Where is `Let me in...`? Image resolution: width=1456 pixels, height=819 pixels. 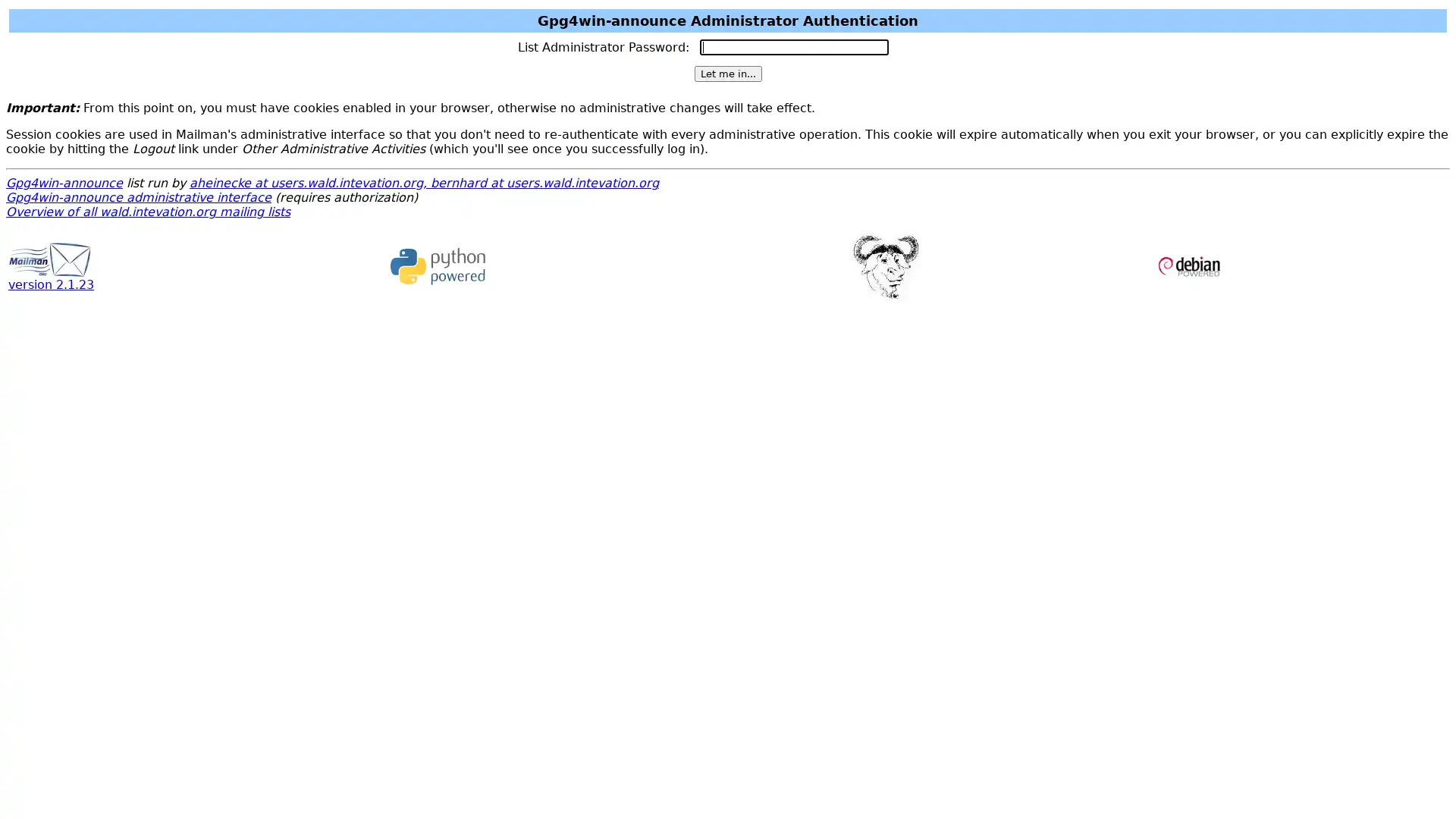
Let me in... is located at coordinates (726, 74).